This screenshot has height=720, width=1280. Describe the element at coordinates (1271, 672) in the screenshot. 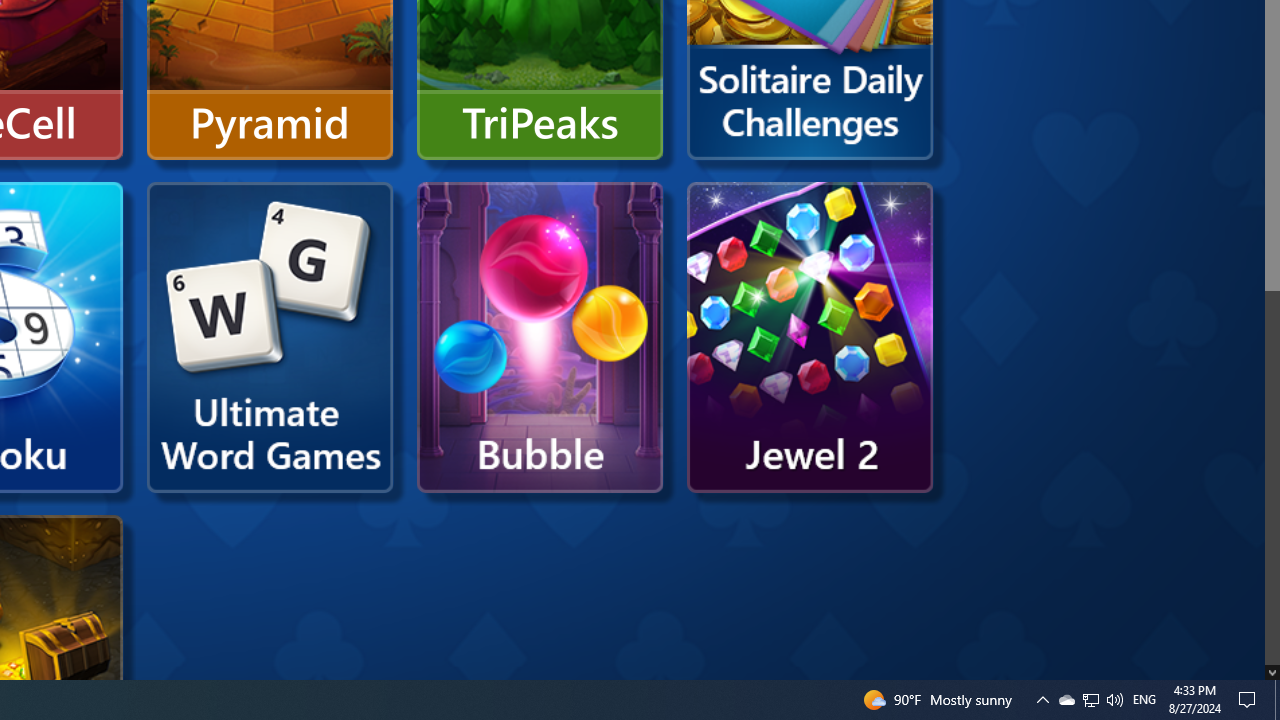

I see `'AutomationID: down_arrow_0'` at that location.